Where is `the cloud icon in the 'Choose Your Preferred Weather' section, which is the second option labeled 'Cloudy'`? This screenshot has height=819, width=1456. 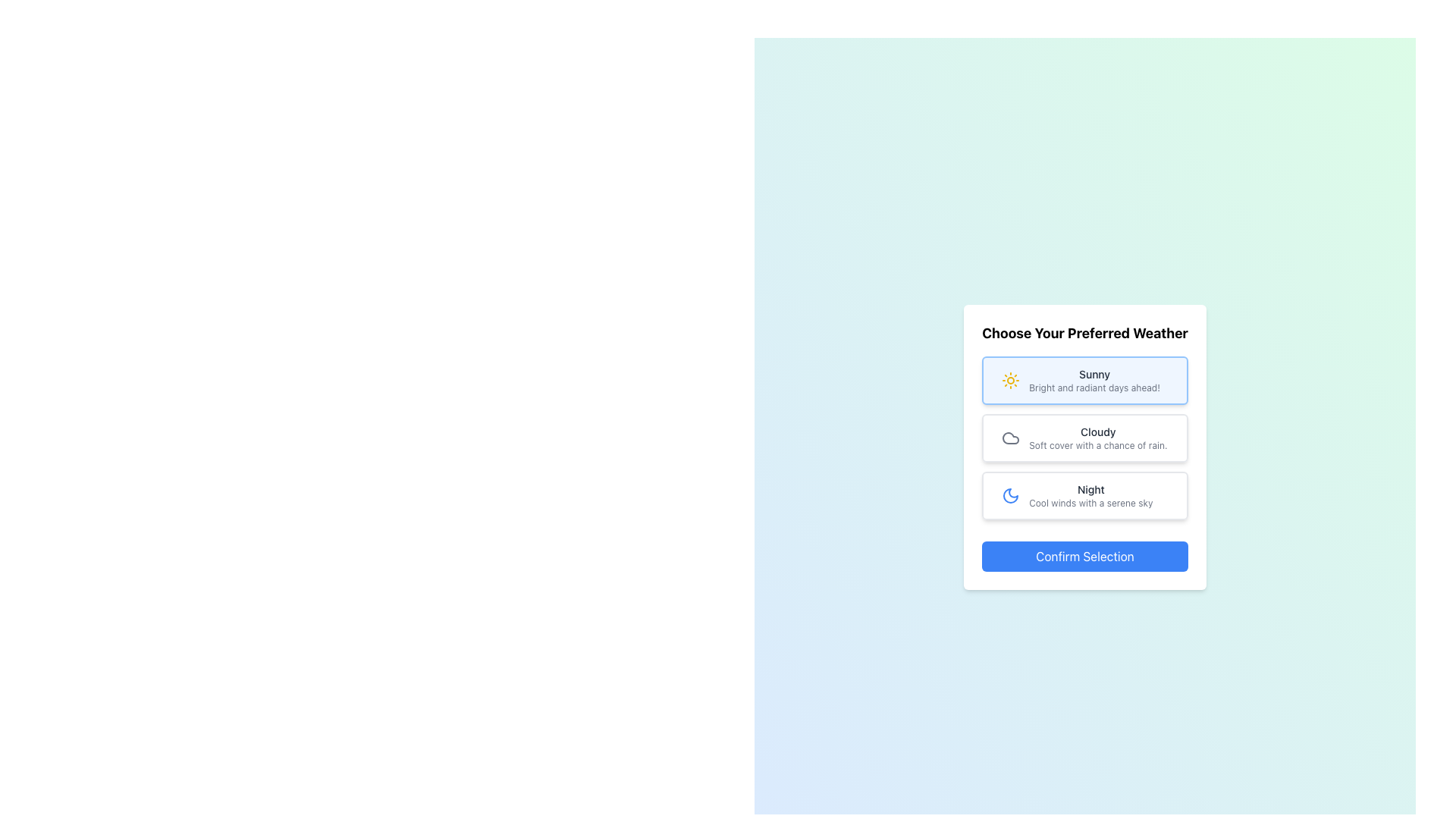
the cloud icon in the 'Choose Your Preferred Weather' section, which is the second option labeled 'Cloudy' is located at coordinates (1011, 438).